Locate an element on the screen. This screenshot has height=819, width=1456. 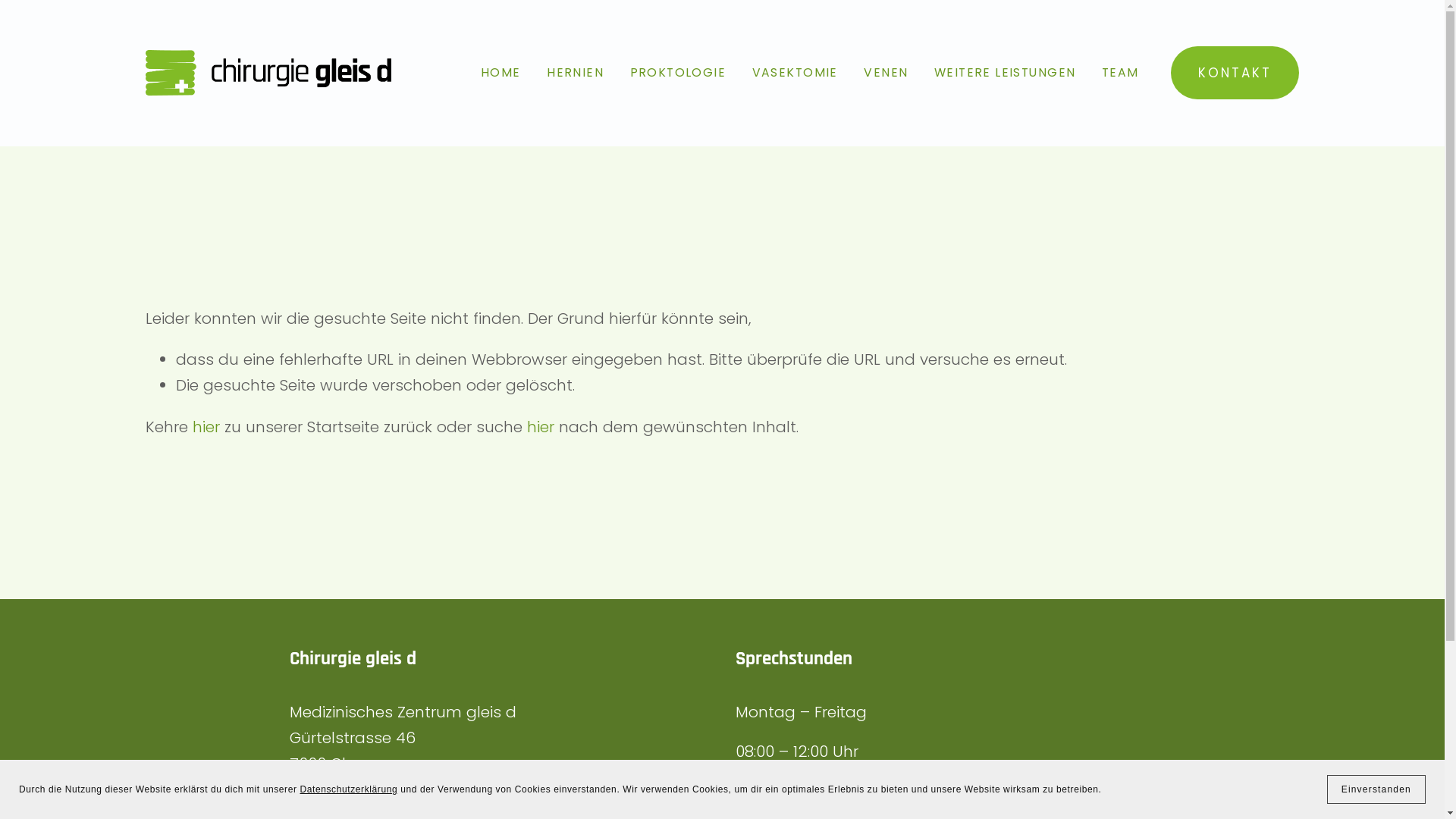
'HOME' is located at coordinates (500, 73).